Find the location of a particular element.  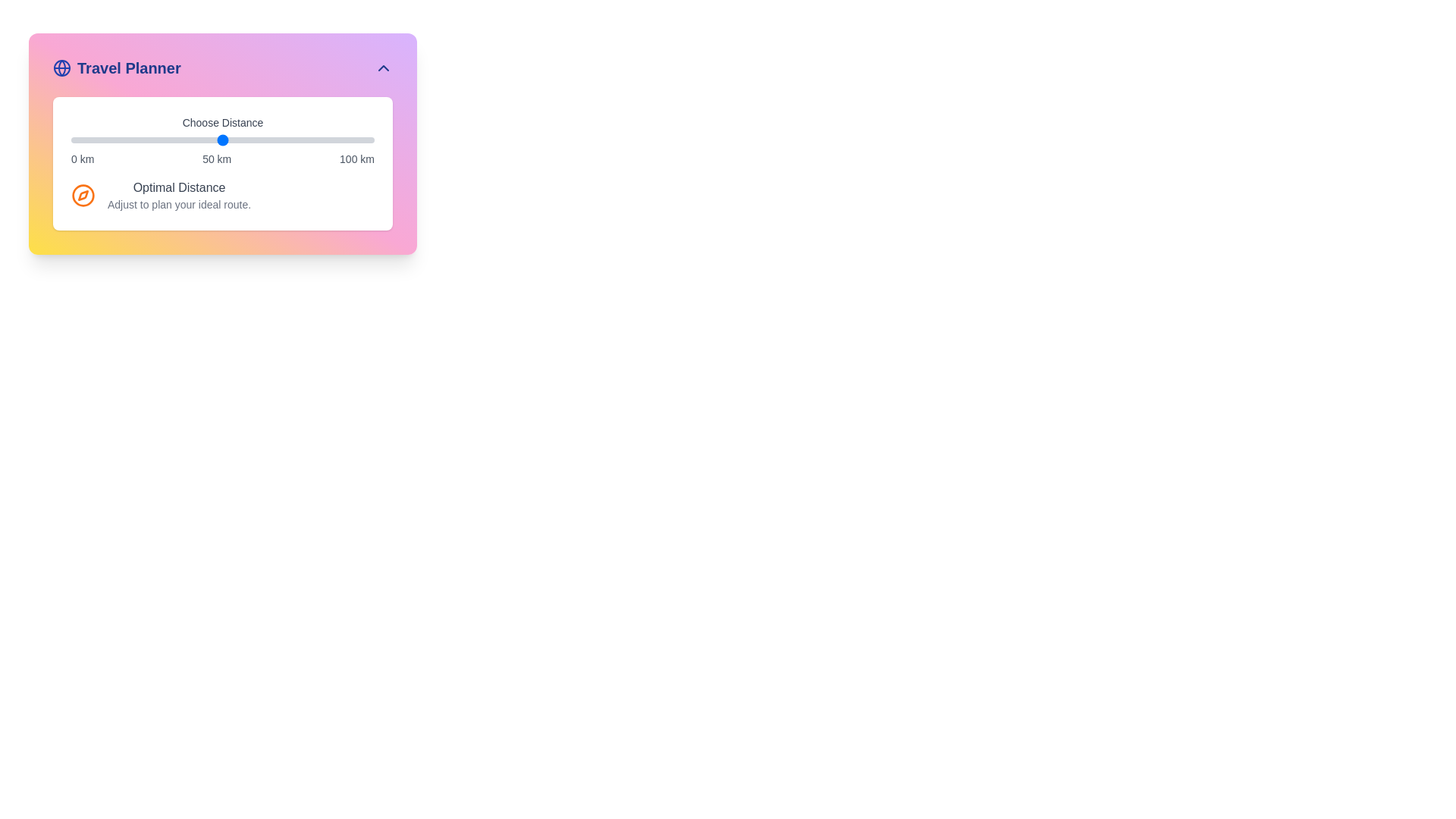

the slider is located at coordinates (334, 140).